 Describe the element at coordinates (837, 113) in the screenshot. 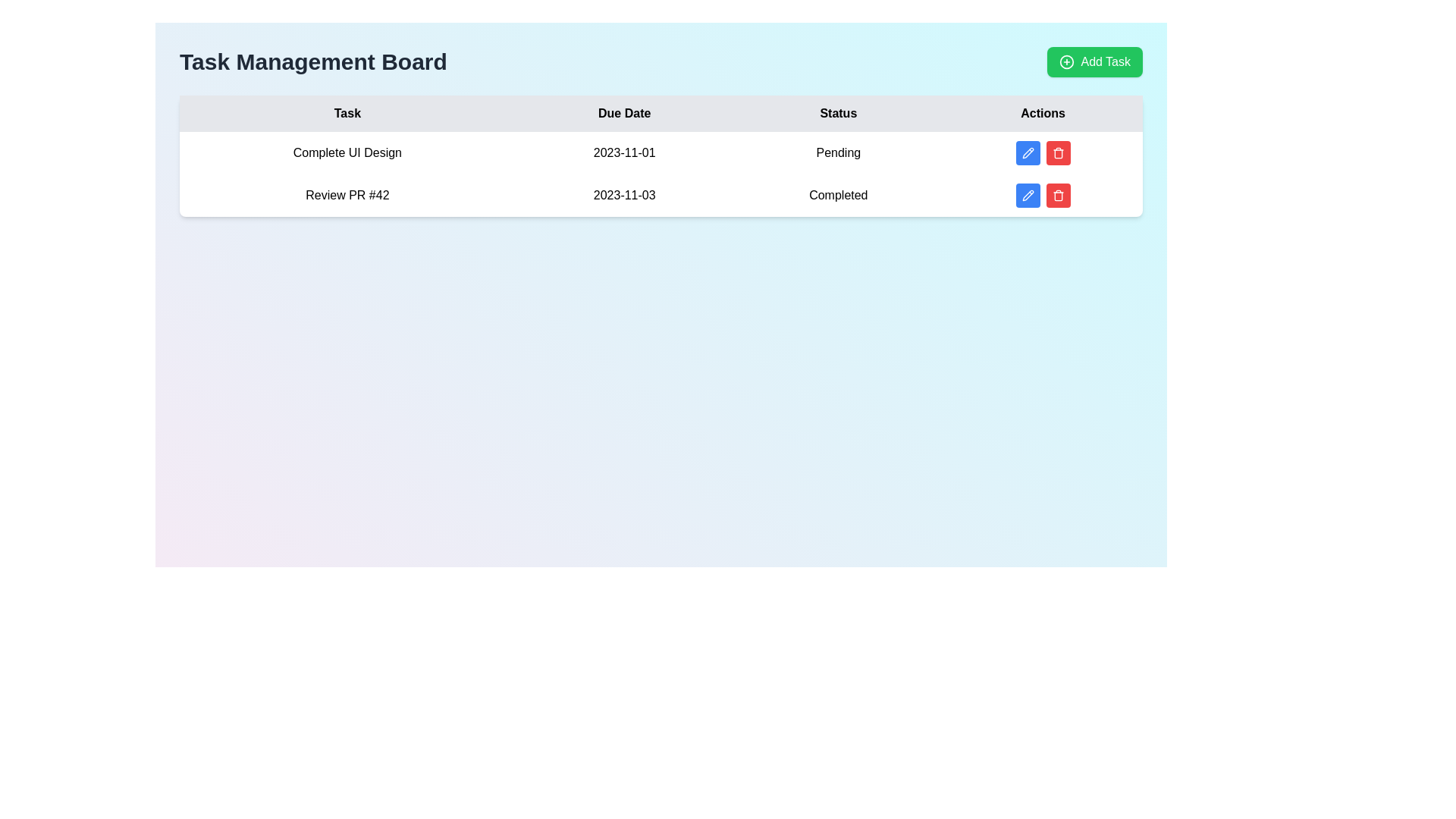

I see `the 'Status' header label, which is styled as bold text and is centered within a light gray background bar, located in the top header row of a table` at that location.